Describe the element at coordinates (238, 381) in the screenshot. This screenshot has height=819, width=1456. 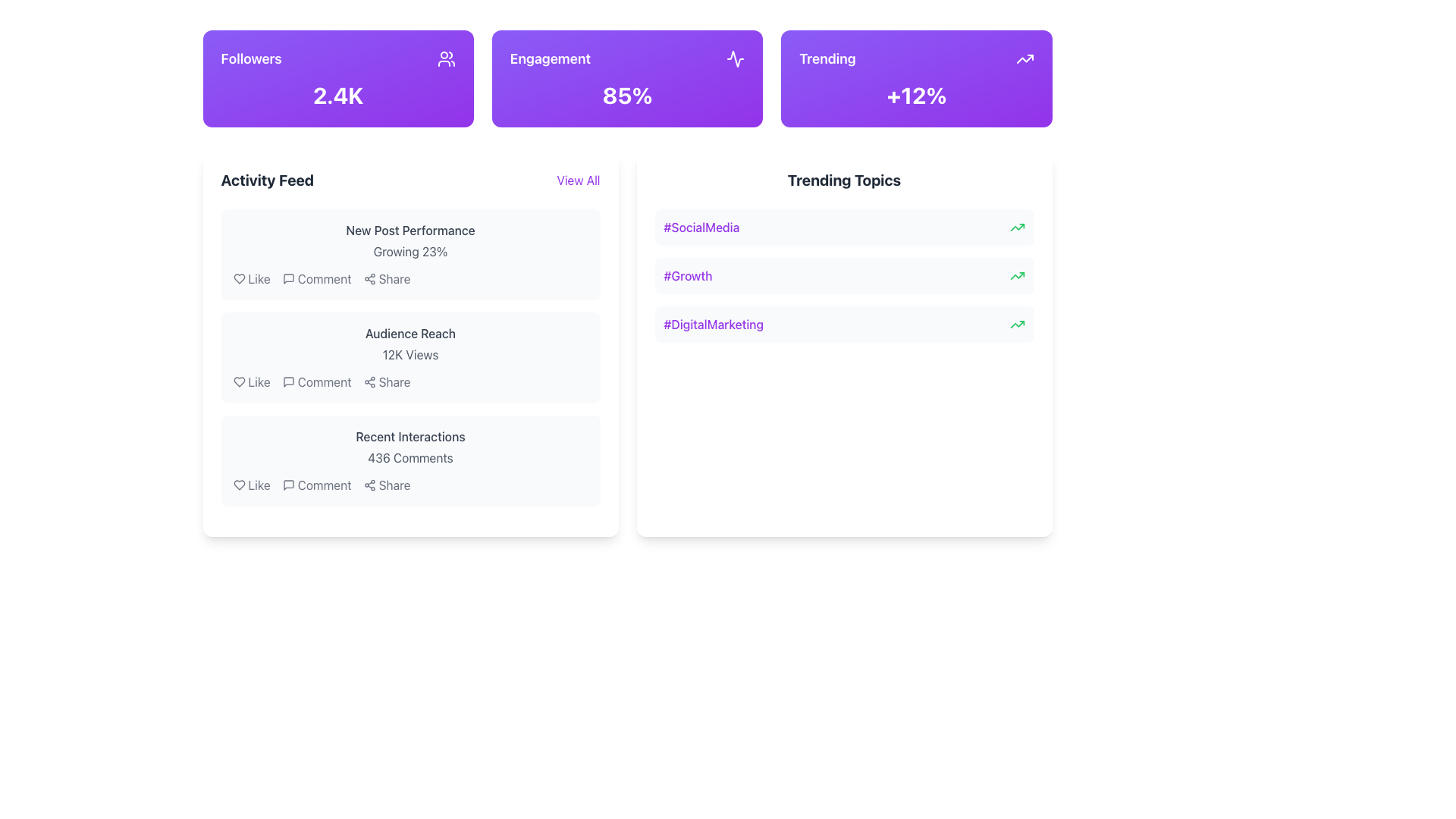
I see `the heart-shaped 'Like' icon` at that location.